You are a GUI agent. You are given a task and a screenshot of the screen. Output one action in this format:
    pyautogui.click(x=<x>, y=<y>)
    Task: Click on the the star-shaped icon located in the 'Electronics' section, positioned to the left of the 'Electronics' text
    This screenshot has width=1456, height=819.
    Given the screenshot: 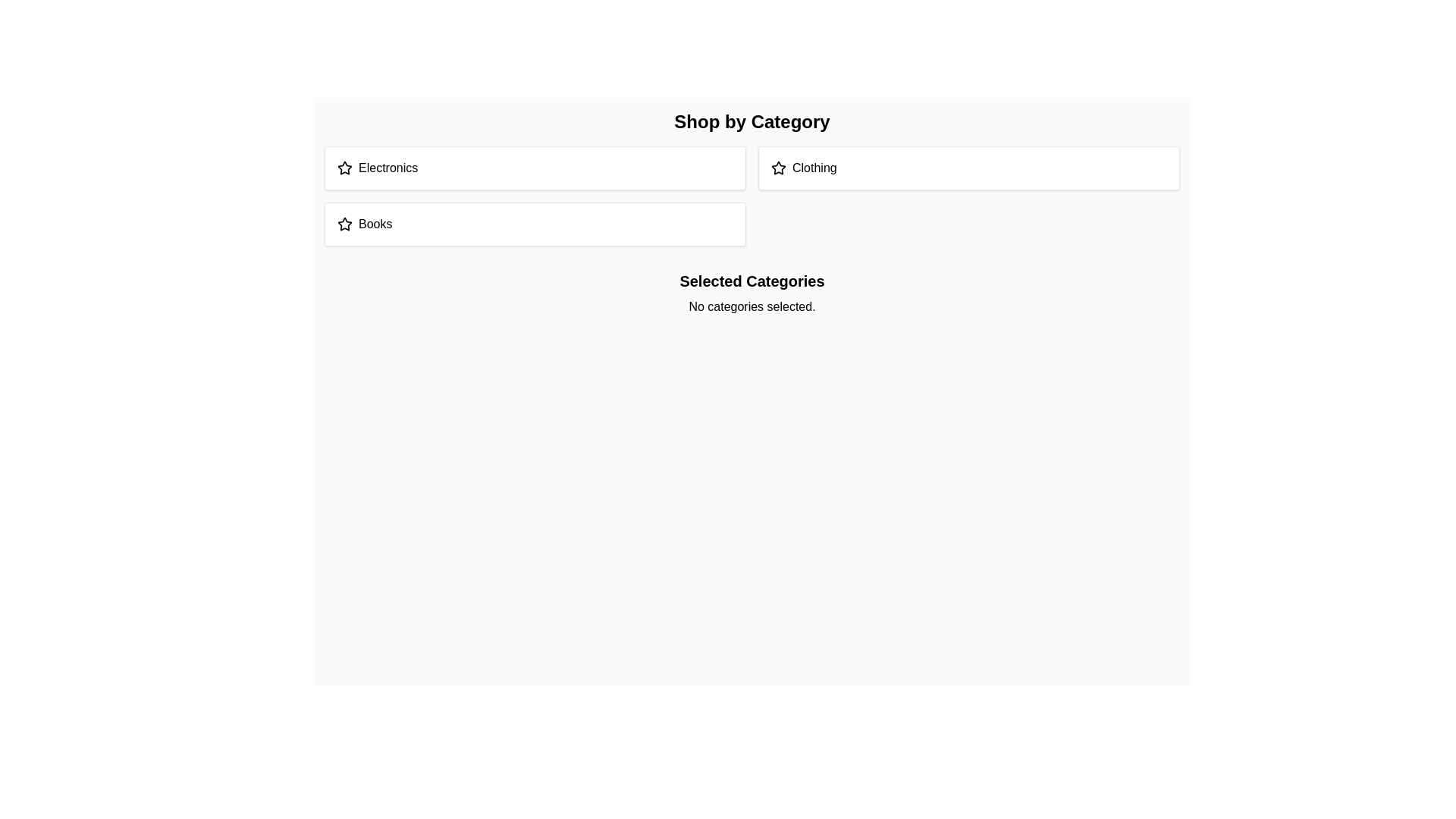 What is the action you would take?
    pyautogui.click(x=344, y=168)
    